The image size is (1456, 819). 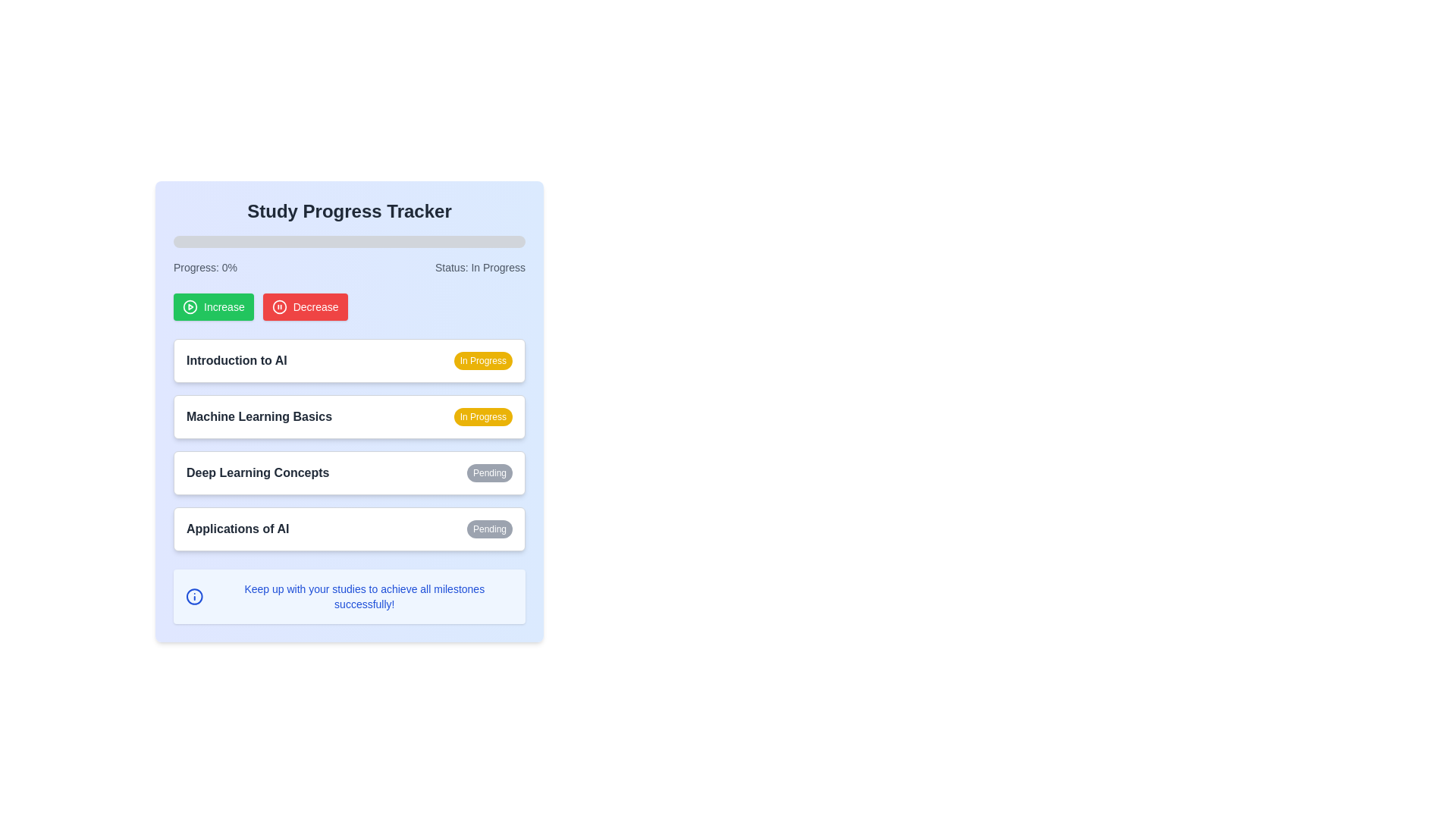 What do you see at coordinates (482, 360) in the screenshot?
I see `the non-interactive status label indicating that the course 'Introduction to AI' is currently in progress, located at the right end of its row in the study tracker` at bounding box center [482, 360].